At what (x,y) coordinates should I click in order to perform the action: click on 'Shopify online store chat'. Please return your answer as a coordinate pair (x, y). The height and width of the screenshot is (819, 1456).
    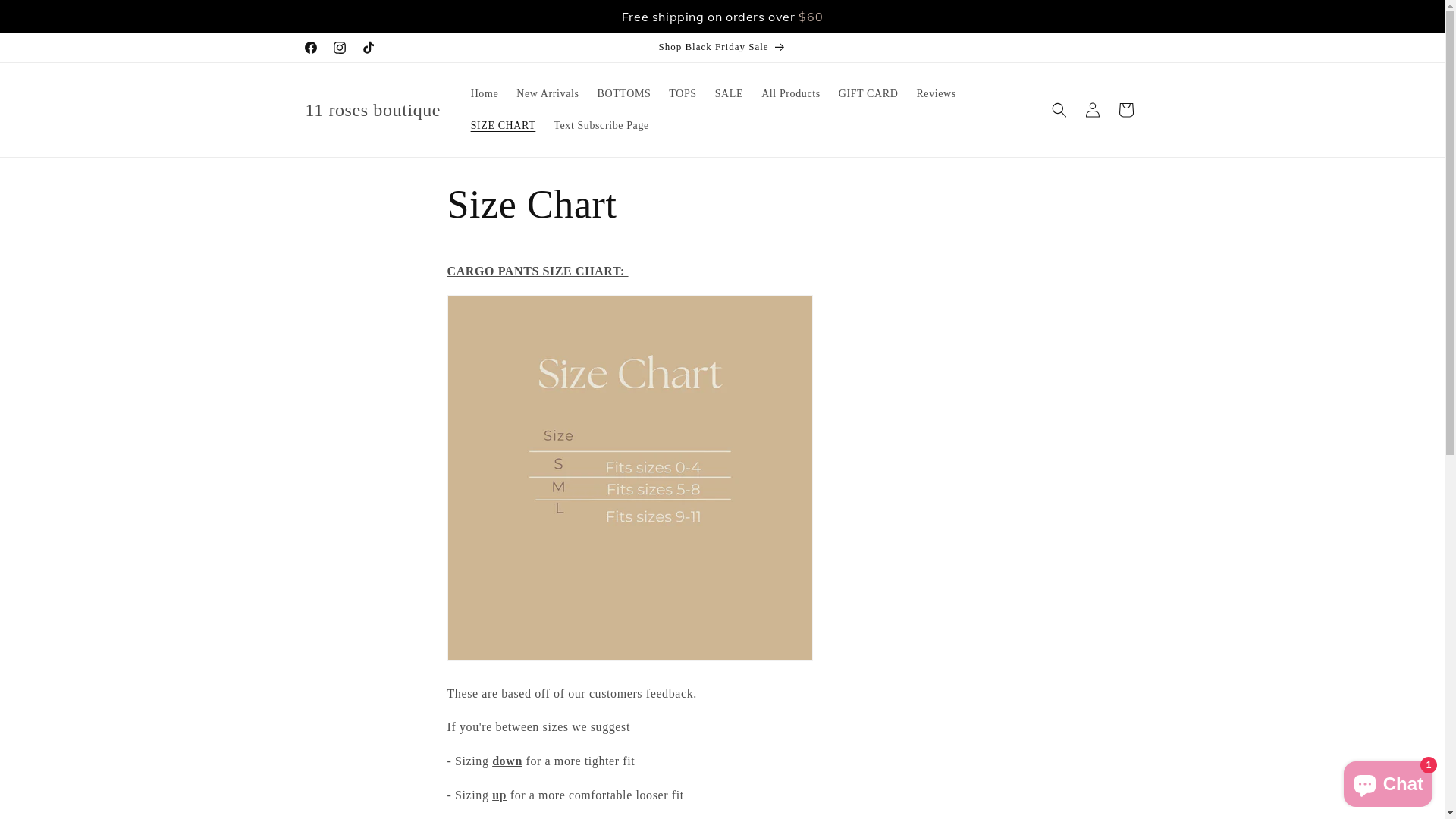
    Looking at the image, I should click on (1388, 780).